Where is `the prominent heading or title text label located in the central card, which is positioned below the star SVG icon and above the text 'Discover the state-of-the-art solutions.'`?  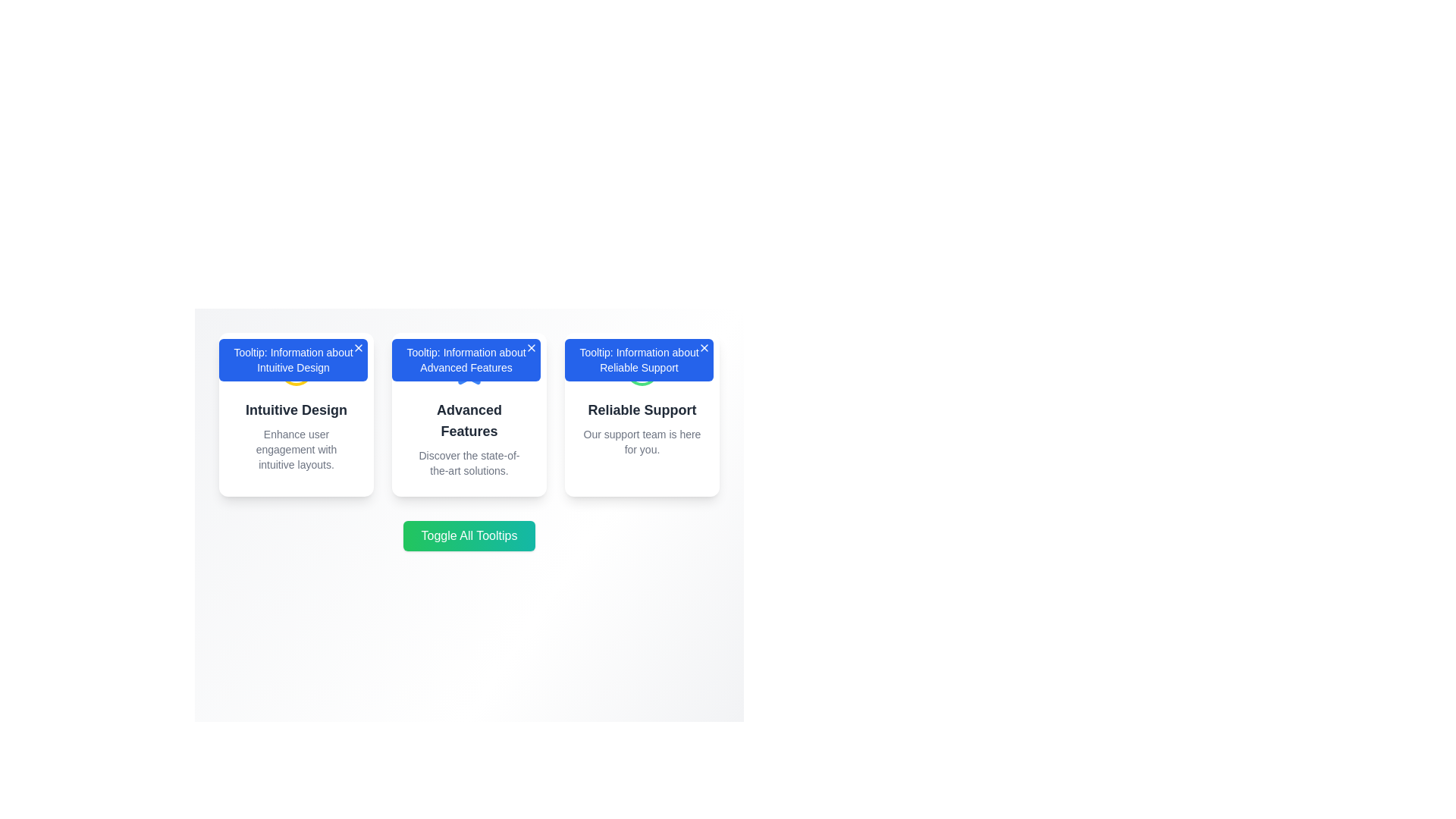 the prominent heading or title text label located in the central card, which is positioned below the star SVG icon and above the text 'Discover the state-of-the-art solutions.' is located at coordinates (469, 421).